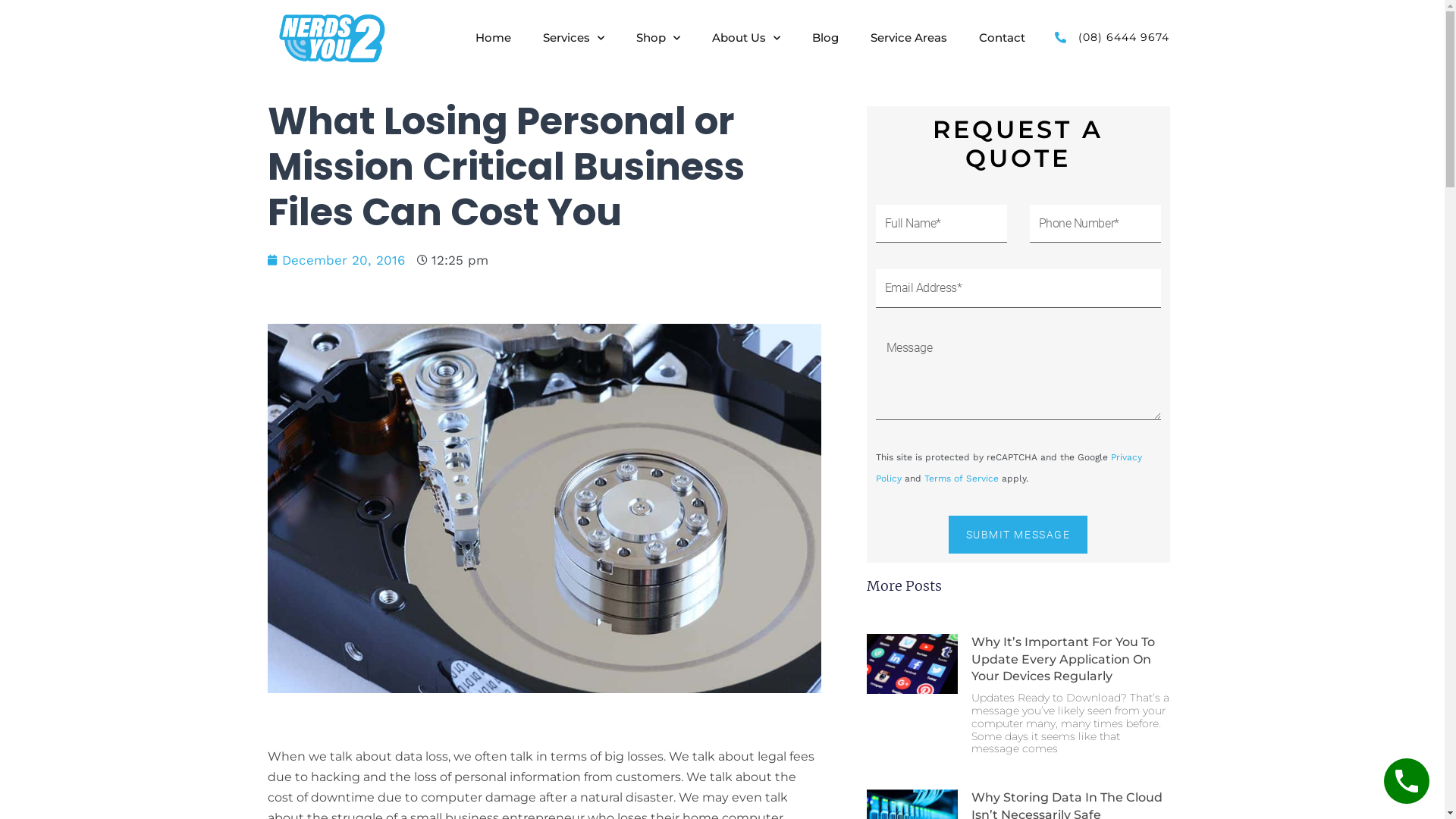  Describe the element at coordinates (1109, 36) in the screenshot. I see `'(08) 6444 9674'` at that location.